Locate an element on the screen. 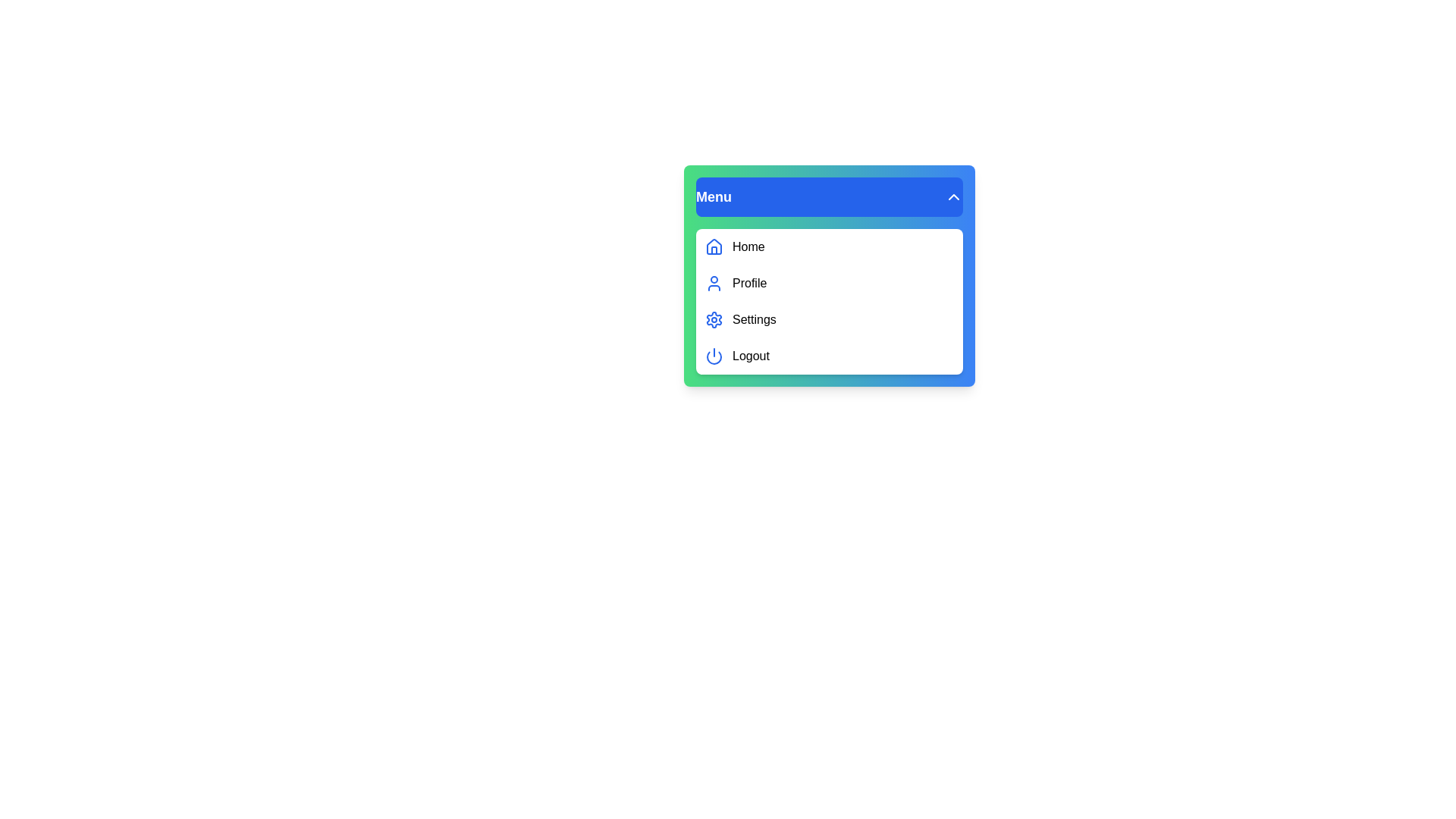 This screenshot has height=819, width=1456. the menu option Logout from the menu is located at coordinates (829, 356).